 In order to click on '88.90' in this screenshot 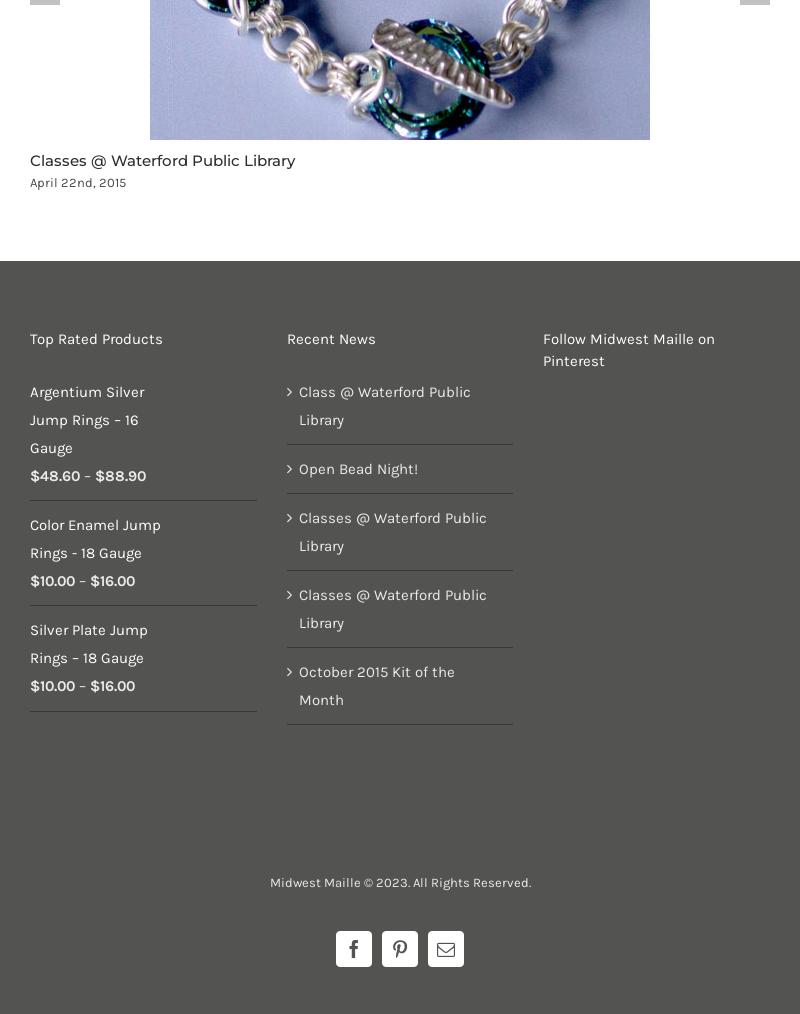, I will do `click(124, 475)`.